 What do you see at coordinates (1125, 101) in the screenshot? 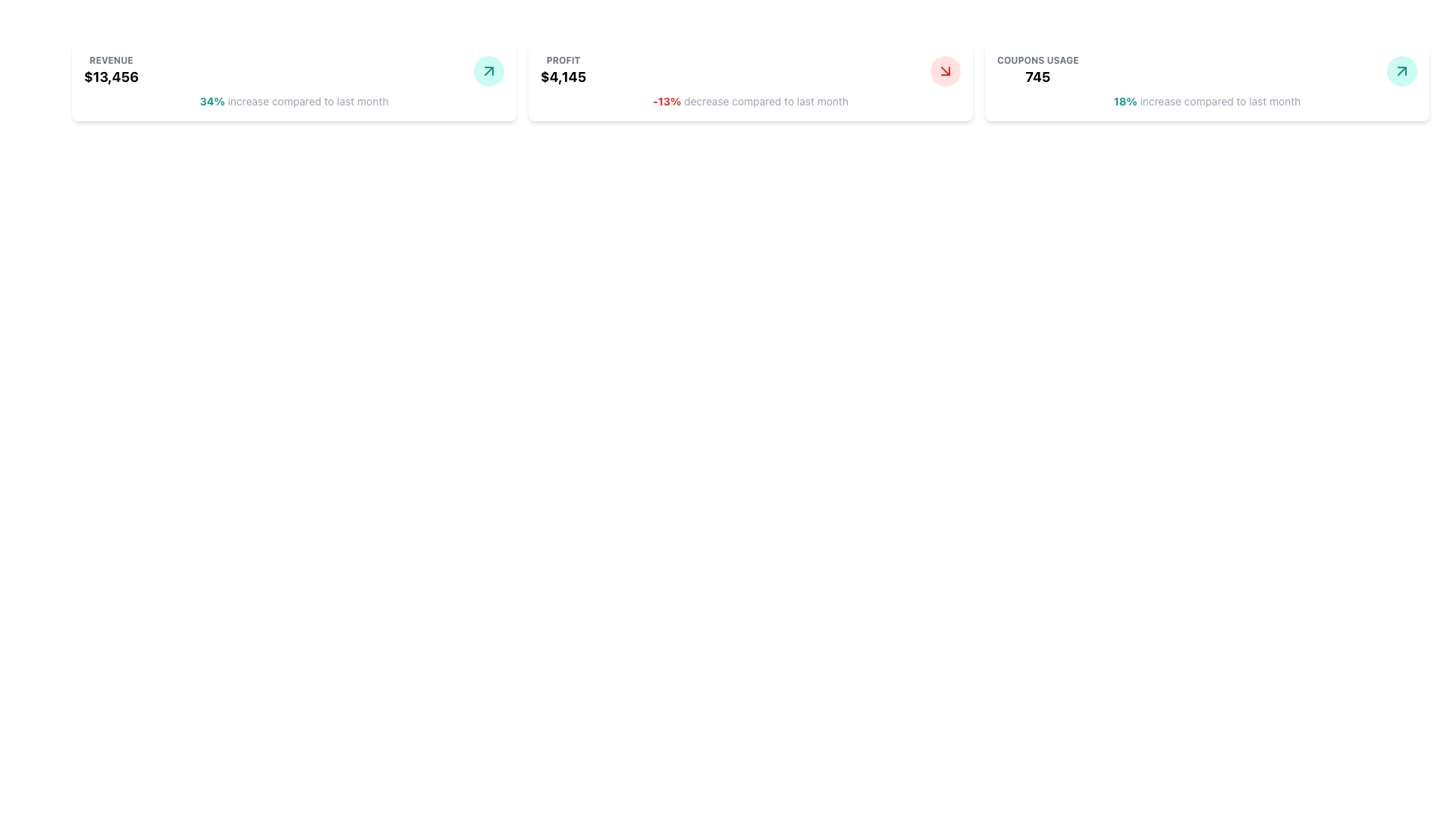
I see `value of the text label displaying '18%' which is styled in bold teal color and located within the 'Coupons Usage' card, below the number '745'` at bounding box center [1125, 101].